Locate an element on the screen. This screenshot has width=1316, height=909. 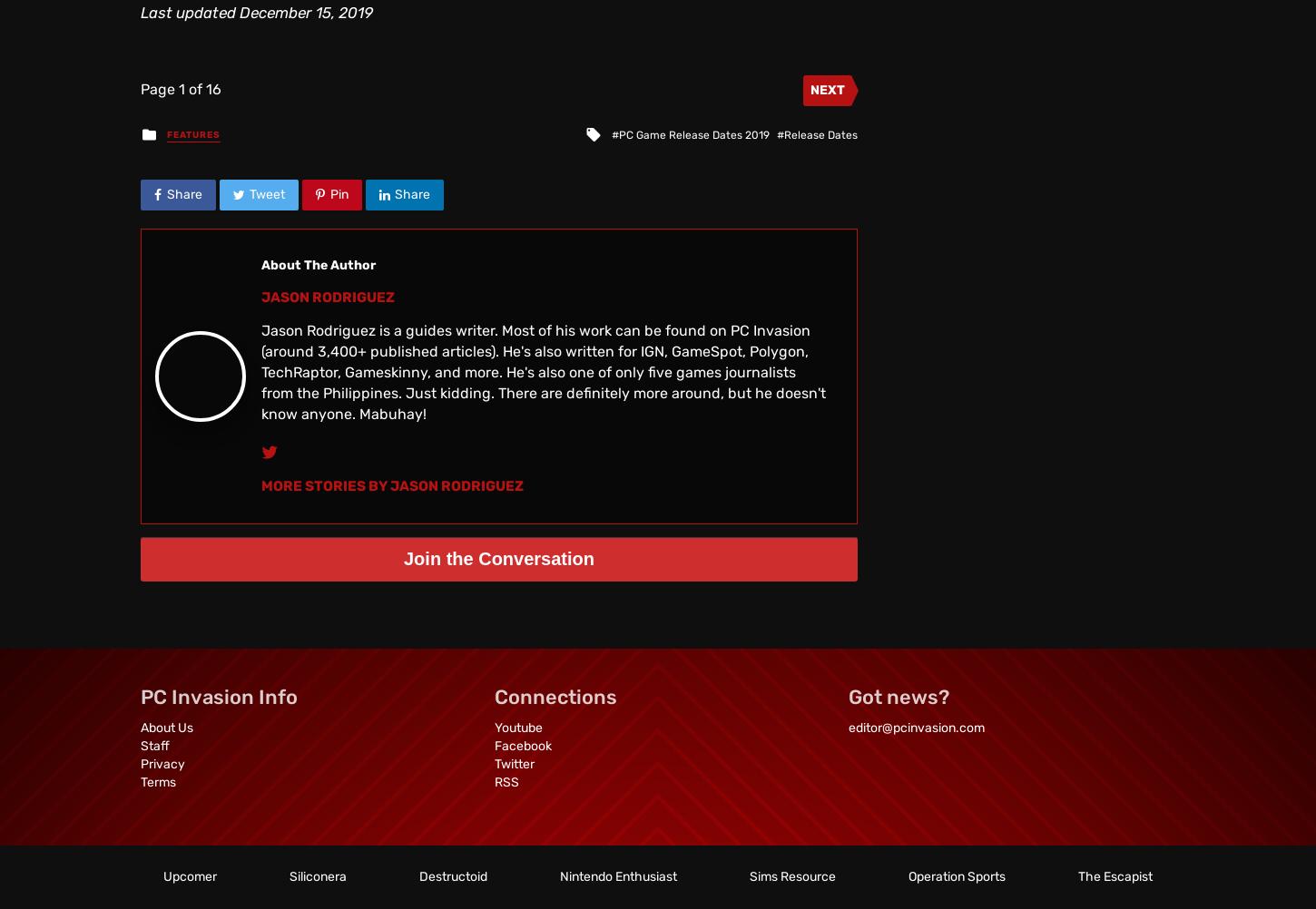
'Facebook' is located at coordinates (523, 745).